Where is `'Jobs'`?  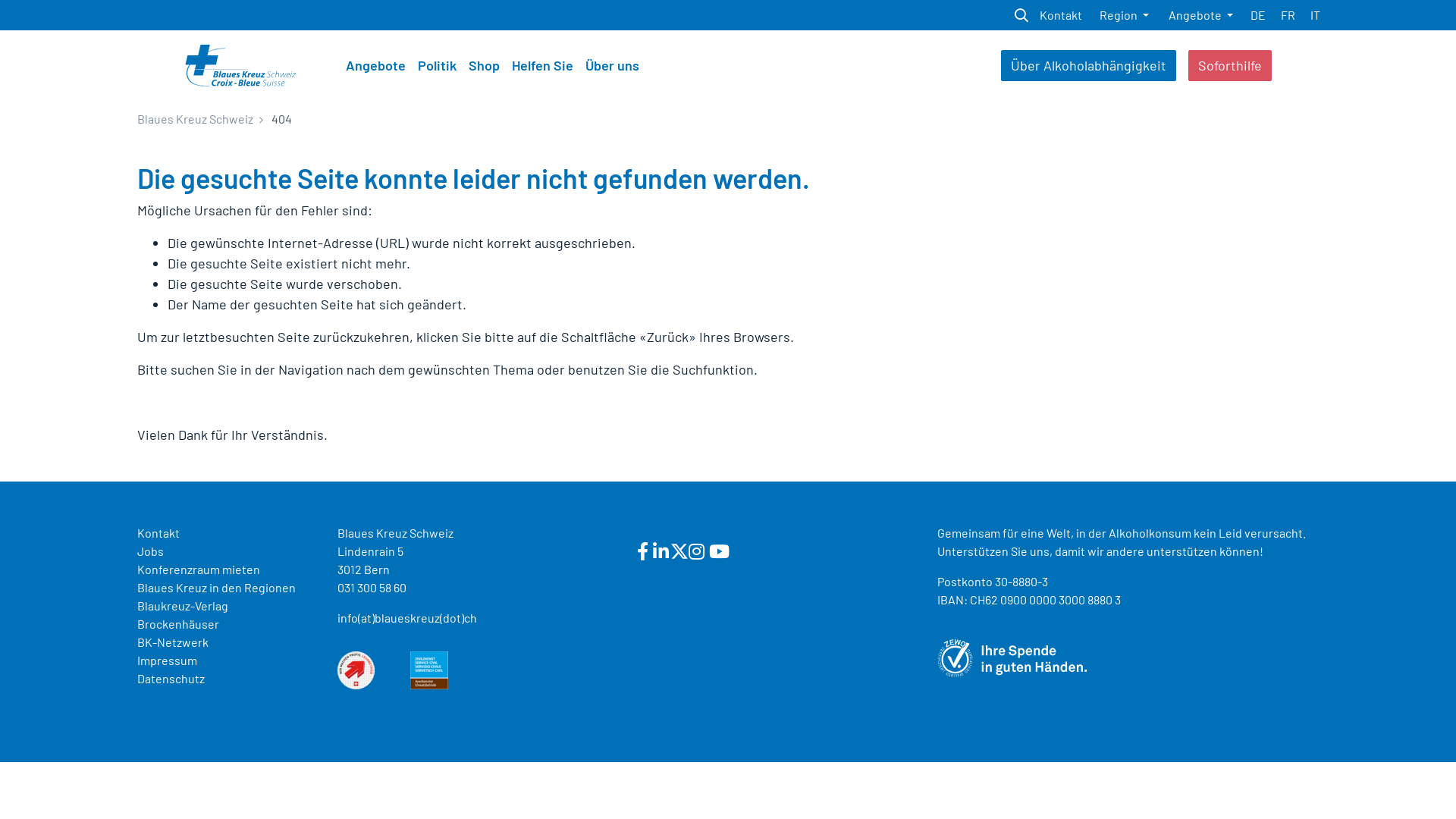
'Jobs' is located at coordinates (137, 551).